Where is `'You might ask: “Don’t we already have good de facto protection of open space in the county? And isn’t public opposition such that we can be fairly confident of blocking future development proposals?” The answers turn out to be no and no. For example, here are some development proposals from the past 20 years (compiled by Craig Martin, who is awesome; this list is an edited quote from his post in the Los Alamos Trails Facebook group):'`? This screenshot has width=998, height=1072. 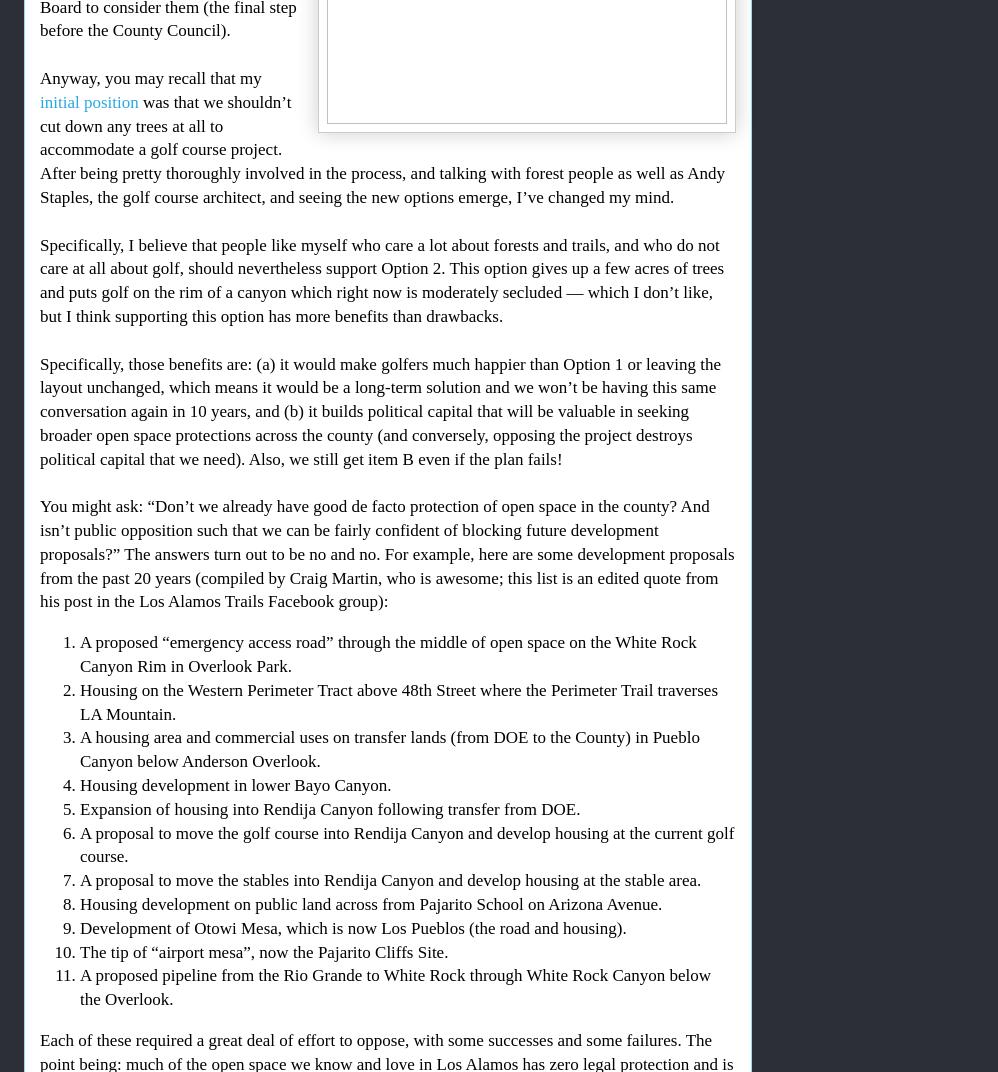
'You might ask: “Don’t we already have good de facto protection of open space in the county? And isn’t public opposition such that we can be fairly confident of blocking future development proposals?” The answers turn out to be no and no. For example, here are some development proposals from the past 20 years (compiled by Craig Martin, who is awesome; this list is an edited quote from his post in the Los Alamos Trails Facebook group):' is located at coordinates (40, 553).